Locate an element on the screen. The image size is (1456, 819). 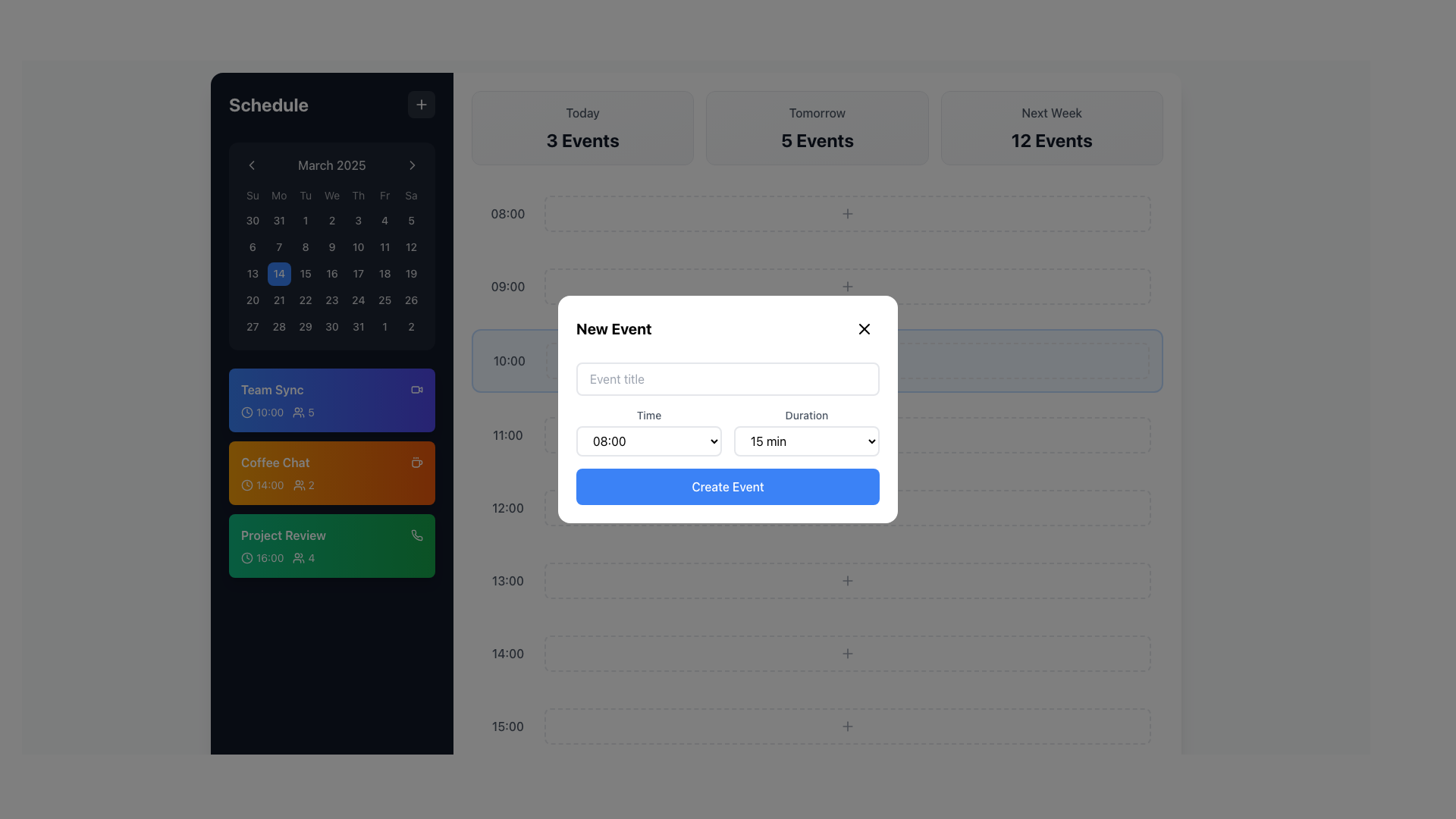
the 'Duration' text label, which is a small, bold, gray label located above a dropdown menu in the 'New Event' dialog box is located at coordinates (806, 415).